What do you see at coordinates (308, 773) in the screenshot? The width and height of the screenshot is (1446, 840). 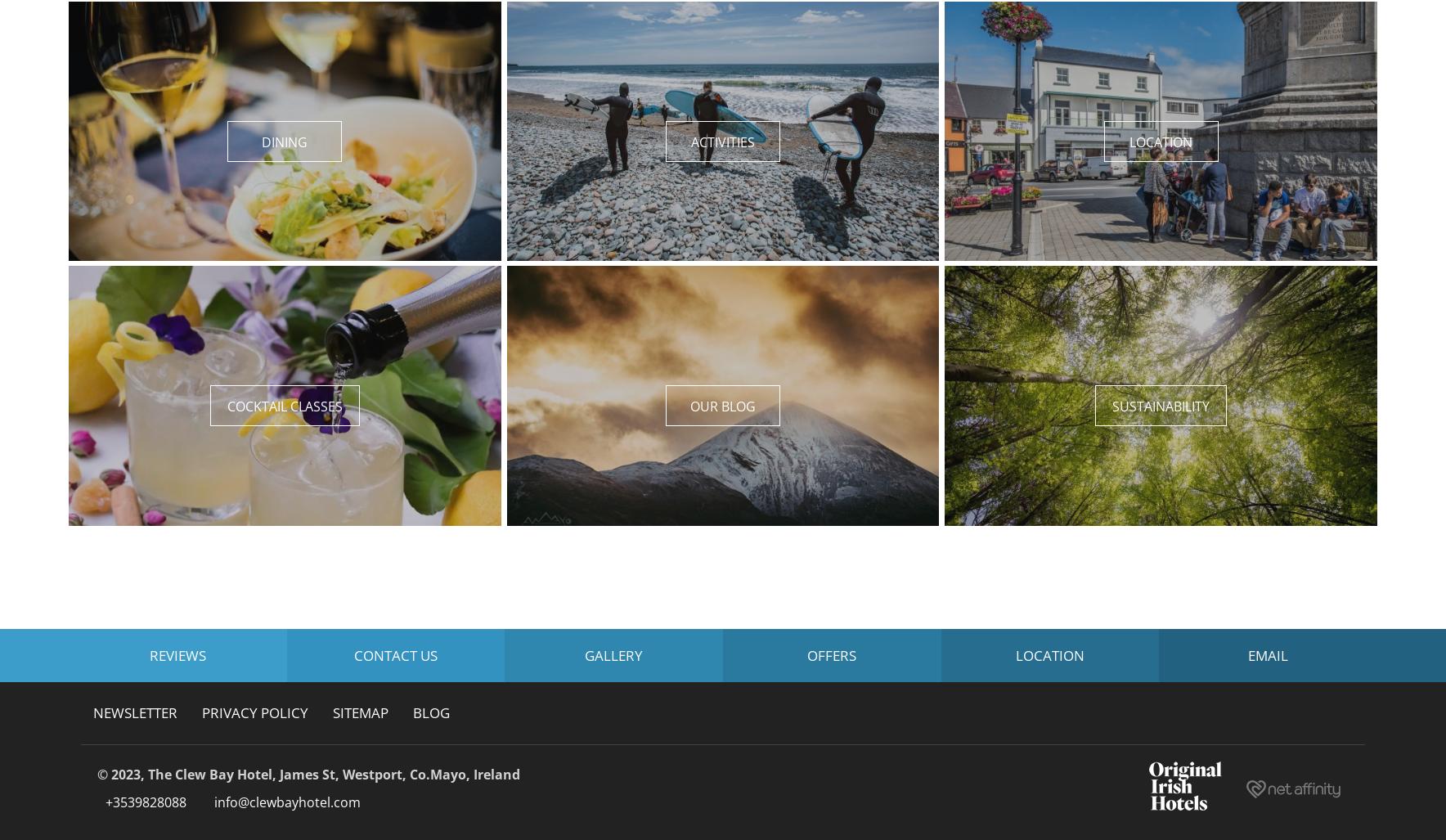 I see `'© 2023, The Clew Bay Hotel, James St, Westport, Co.Mayo, Ireland'` at bounding box center [308, 773].